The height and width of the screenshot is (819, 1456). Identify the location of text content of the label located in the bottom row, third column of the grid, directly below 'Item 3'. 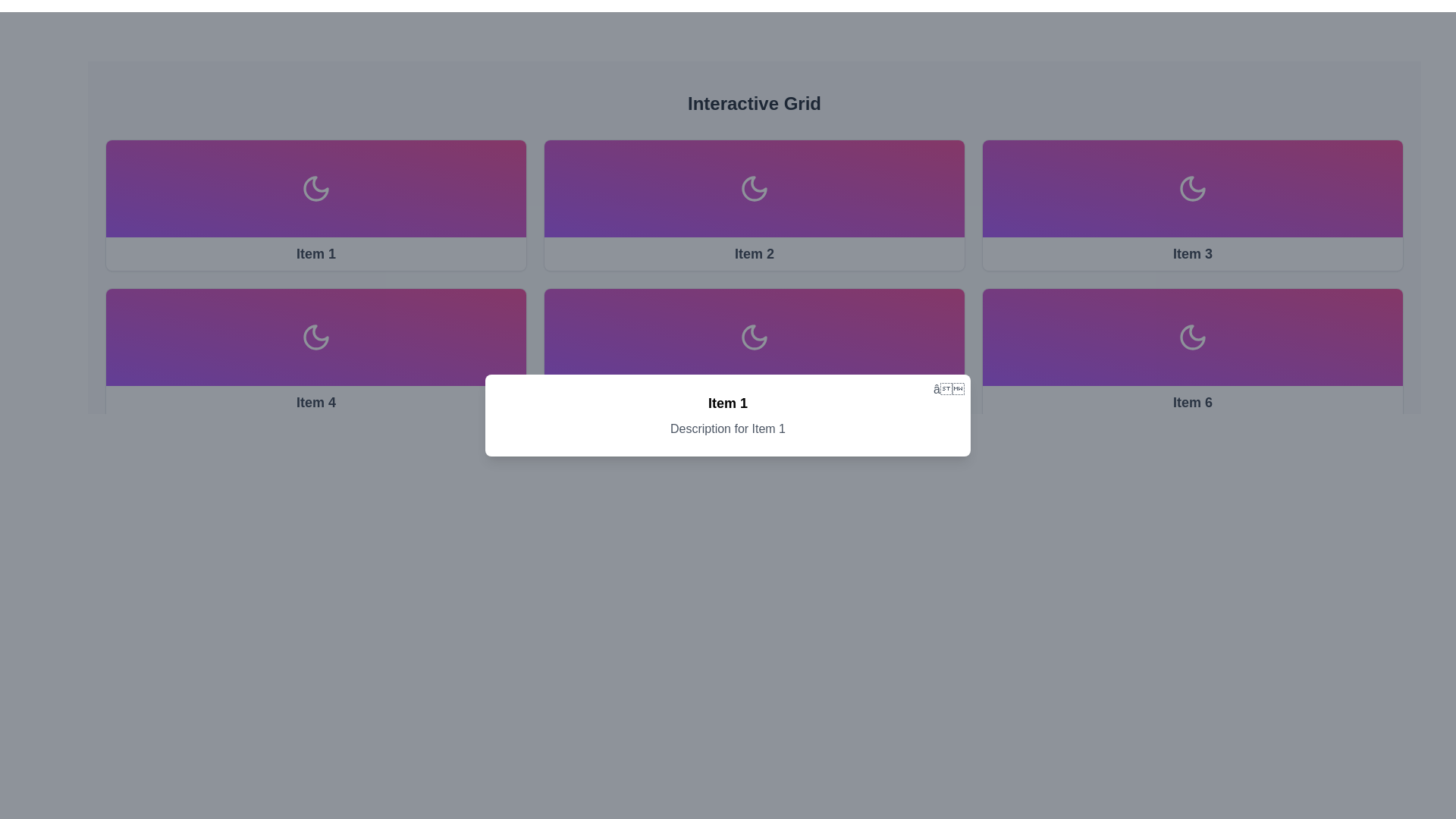
(1192, 402).